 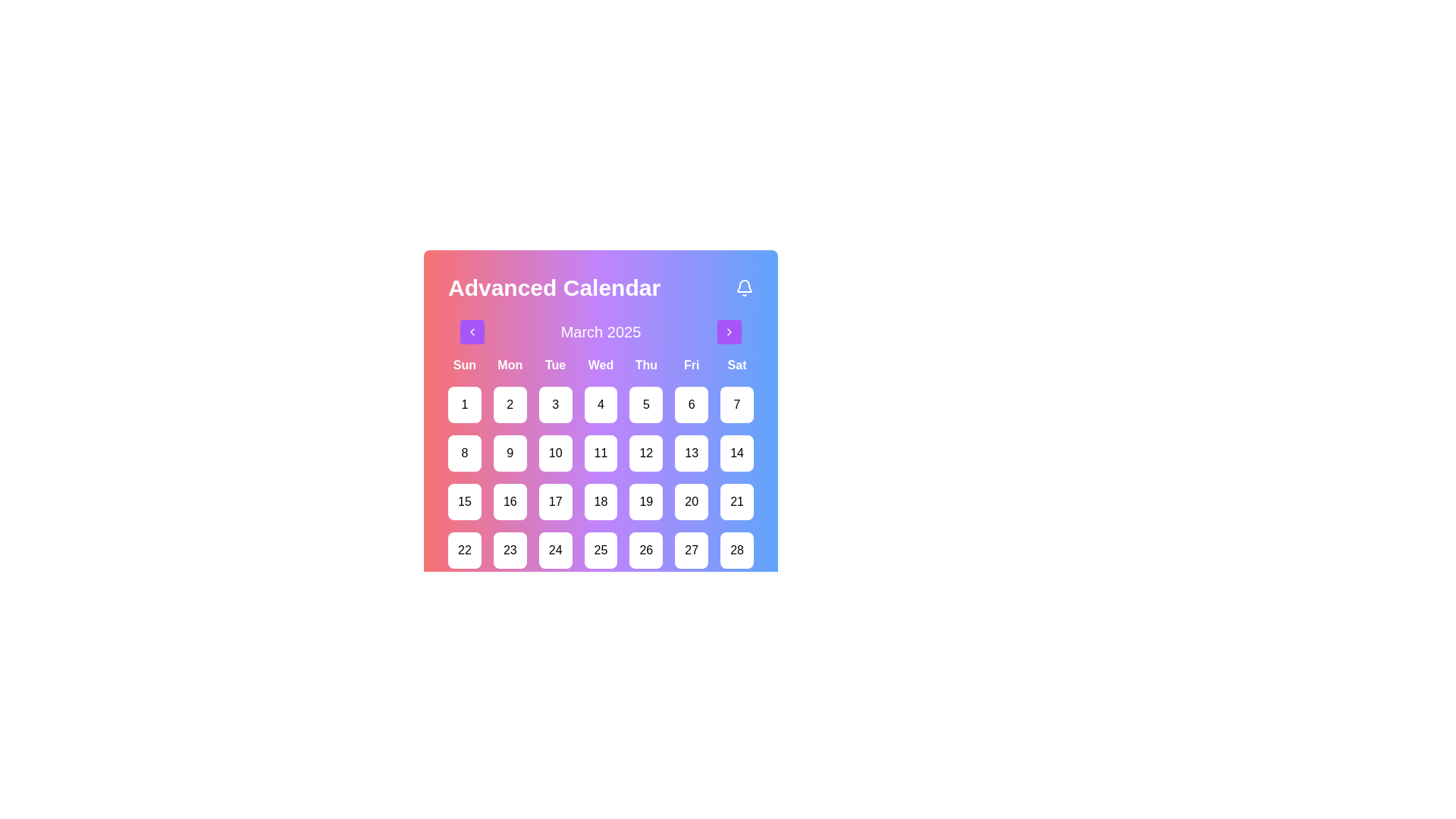 What do you see at coordinates (463, 550) in the screenshot?
I see `the Button-like text block representing the date '22' in the calendar for keyboard navigation` at bounding box center [463, 550].